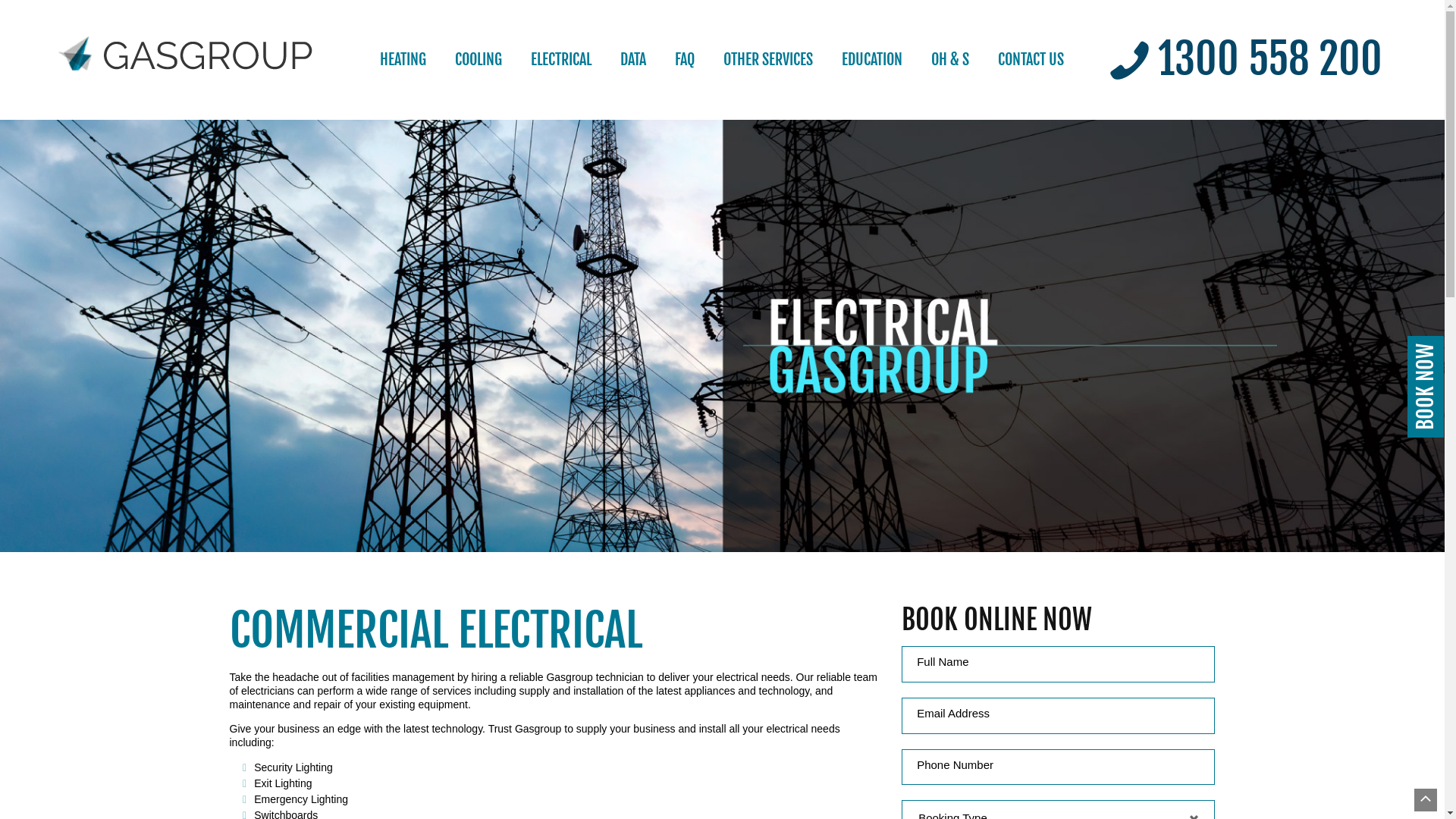 This screenshot has height=819, width=1456. I want to click on 'COOLING', so click(477, 58).